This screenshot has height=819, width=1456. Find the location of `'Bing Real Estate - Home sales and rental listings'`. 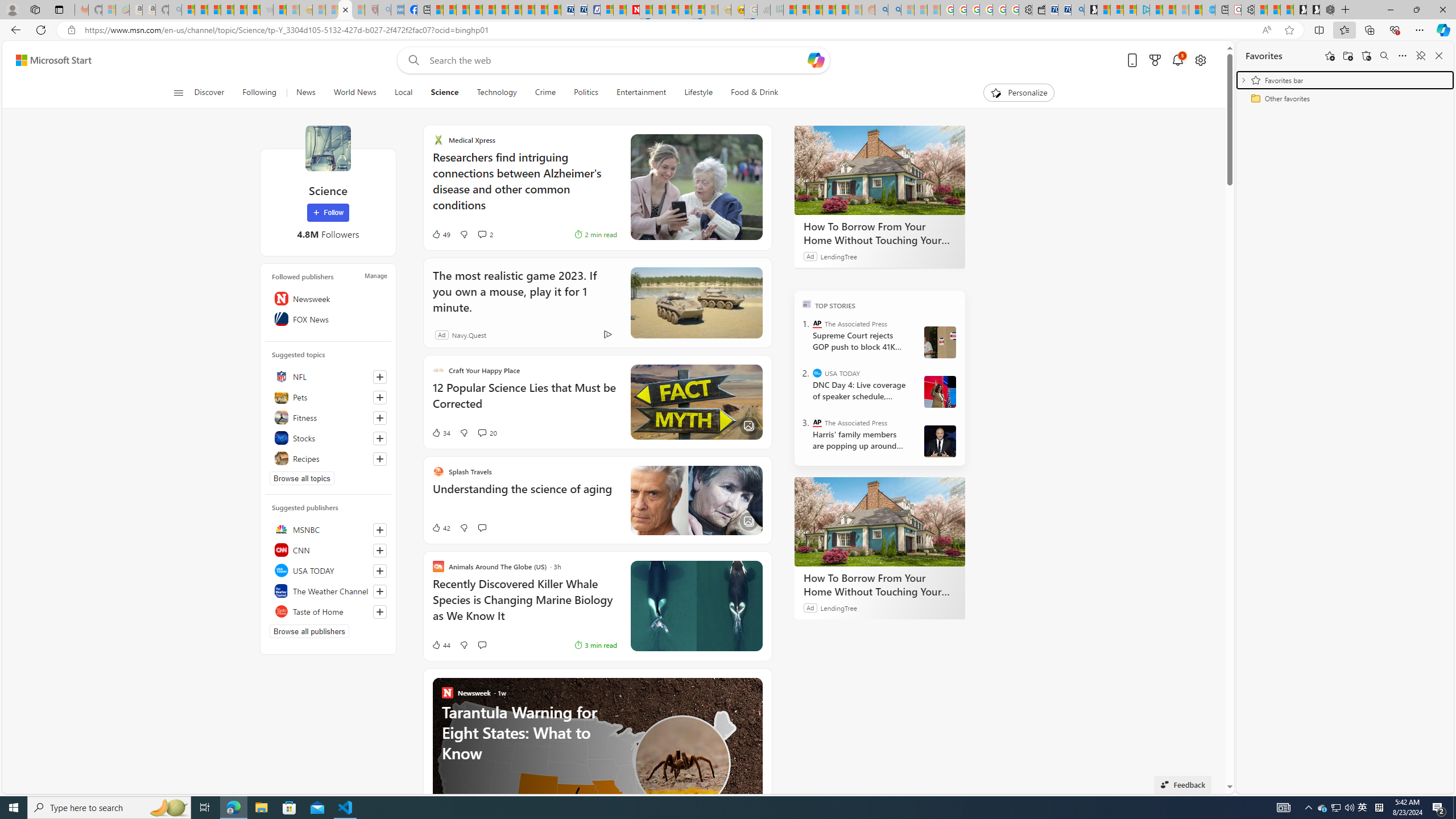

'Bing Real Estate - Home sales and rental listings' is located at coordinates (1077, 9).